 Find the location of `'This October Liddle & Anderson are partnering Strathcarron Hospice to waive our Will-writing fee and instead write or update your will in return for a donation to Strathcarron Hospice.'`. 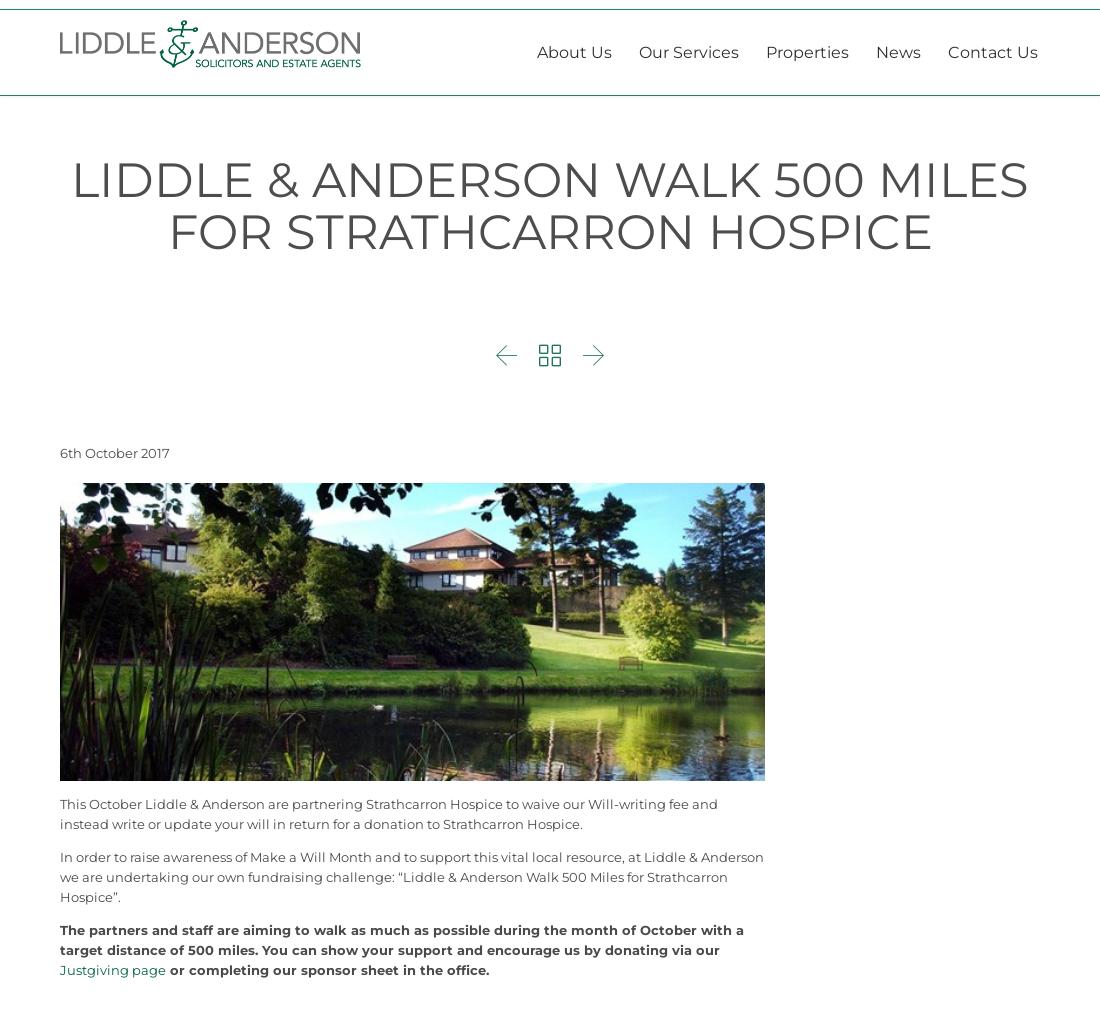

'This October Liddle & Anderson are partnering Strathcarron Hospice to waive our Will-writing fee and instead write or update your will in return for a donation to Strathcarron Hospice.' is located at coordinates (388, 861).